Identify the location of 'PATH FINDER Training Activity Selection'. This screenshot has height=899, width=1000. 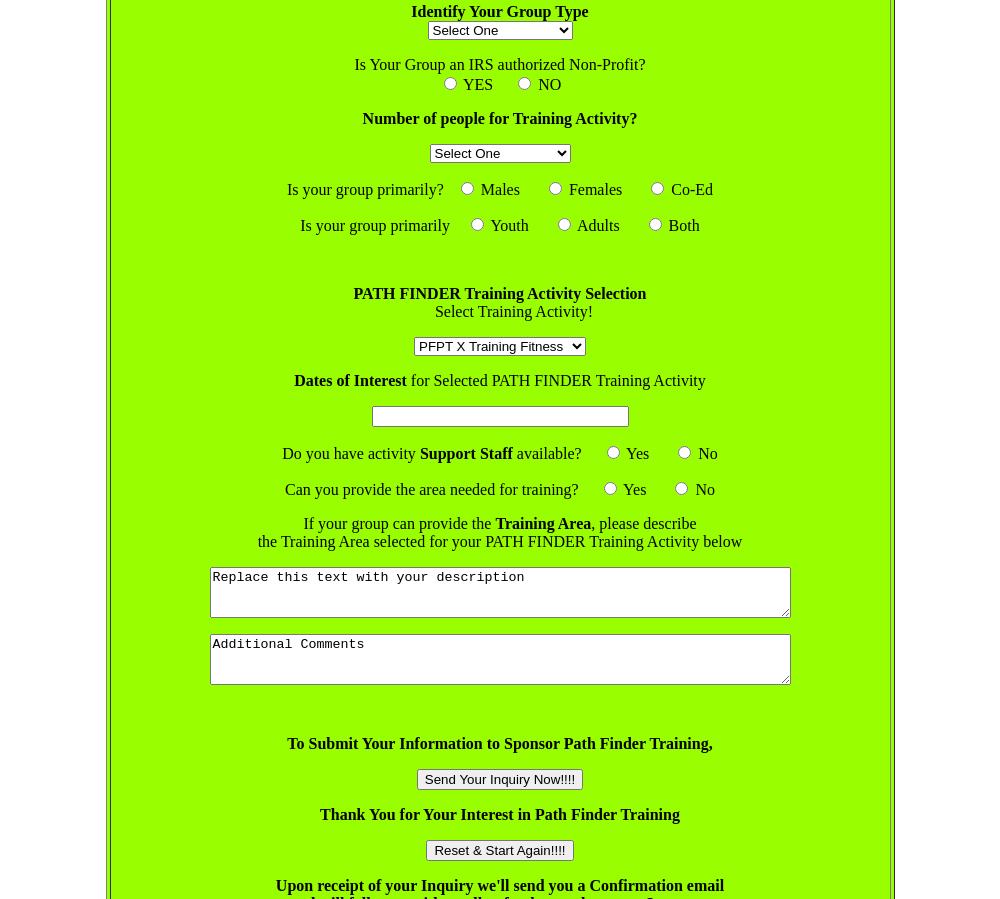
(498, 293).